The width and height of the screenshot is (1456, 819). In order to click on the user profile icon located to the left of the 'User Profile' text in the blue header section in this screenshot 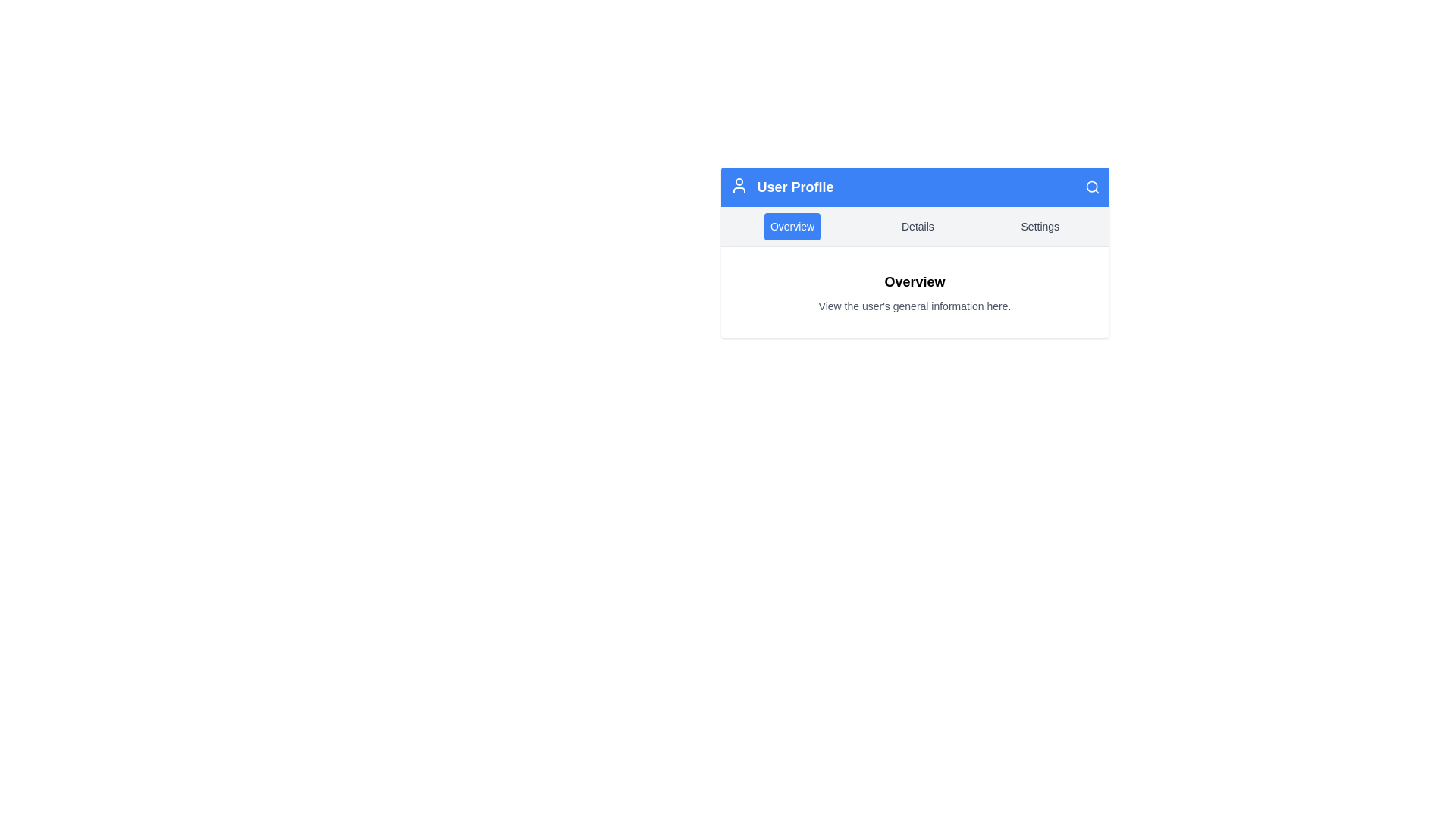, I will do `click(739, 185)`.